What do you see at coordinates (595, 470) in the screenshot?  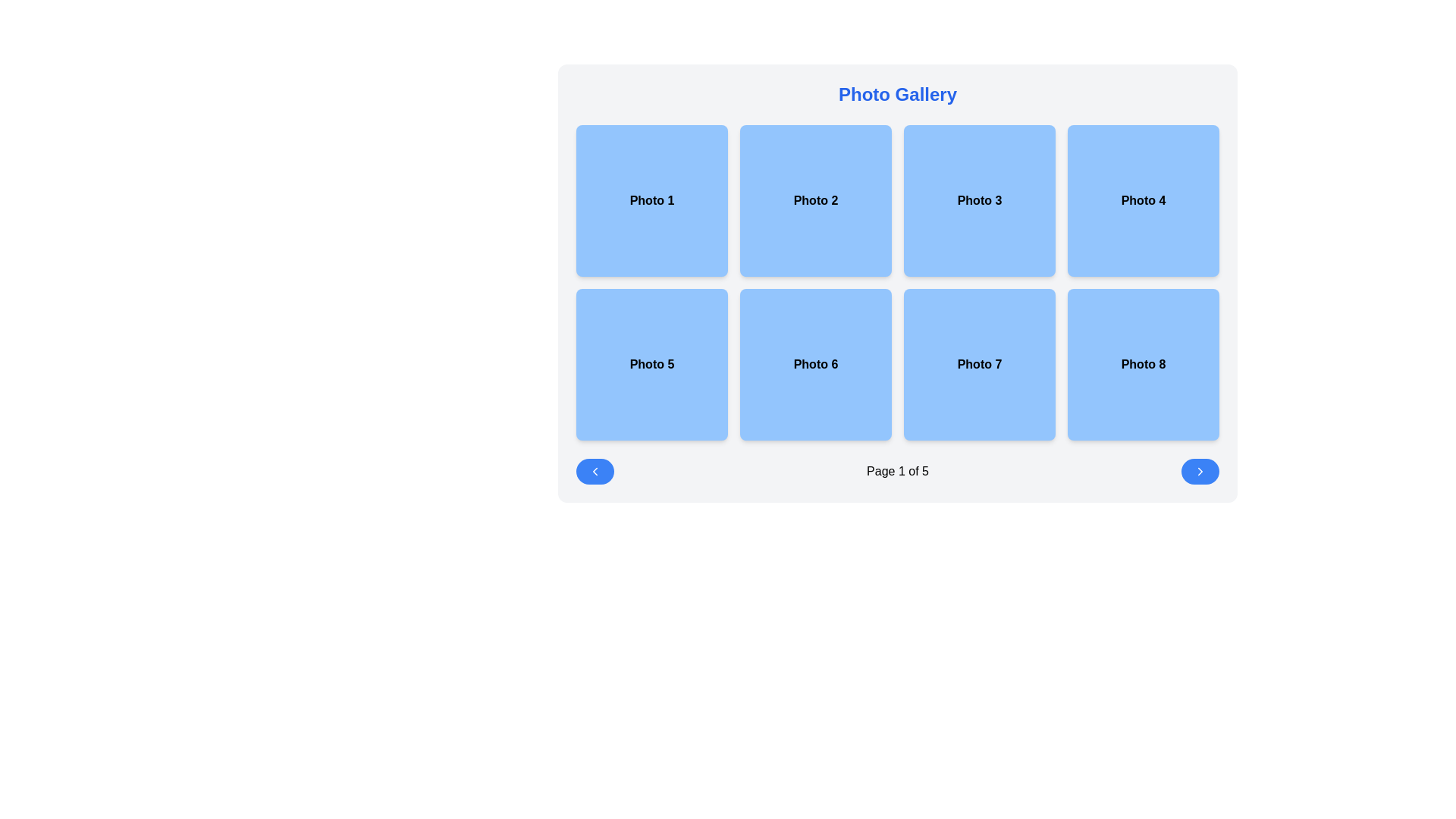 I see `the blue button with a left-facing chevron icon` at bounding box center [595, 470].